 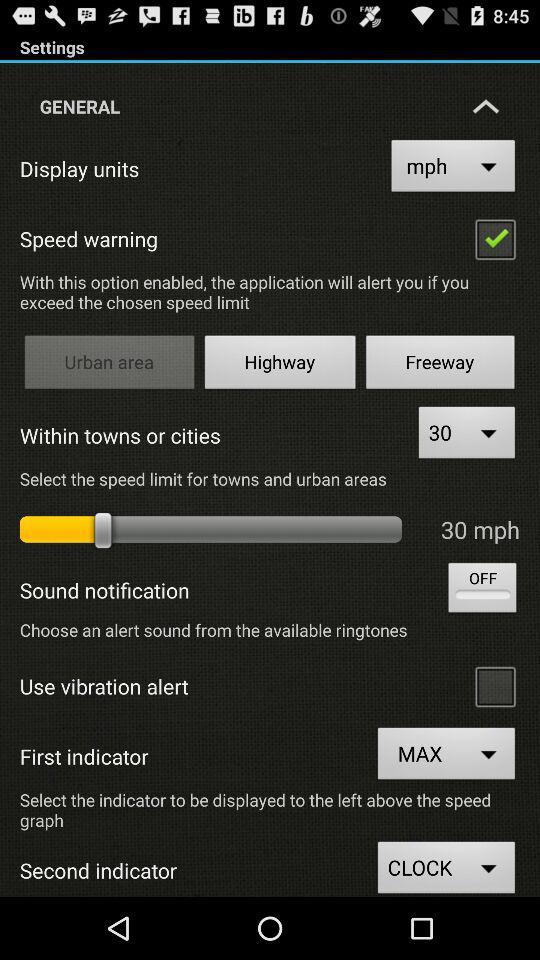 What do you see at coordinates (494, 238) in the screenshot?
I see `deselect an item` at bounding box center [494, 238].